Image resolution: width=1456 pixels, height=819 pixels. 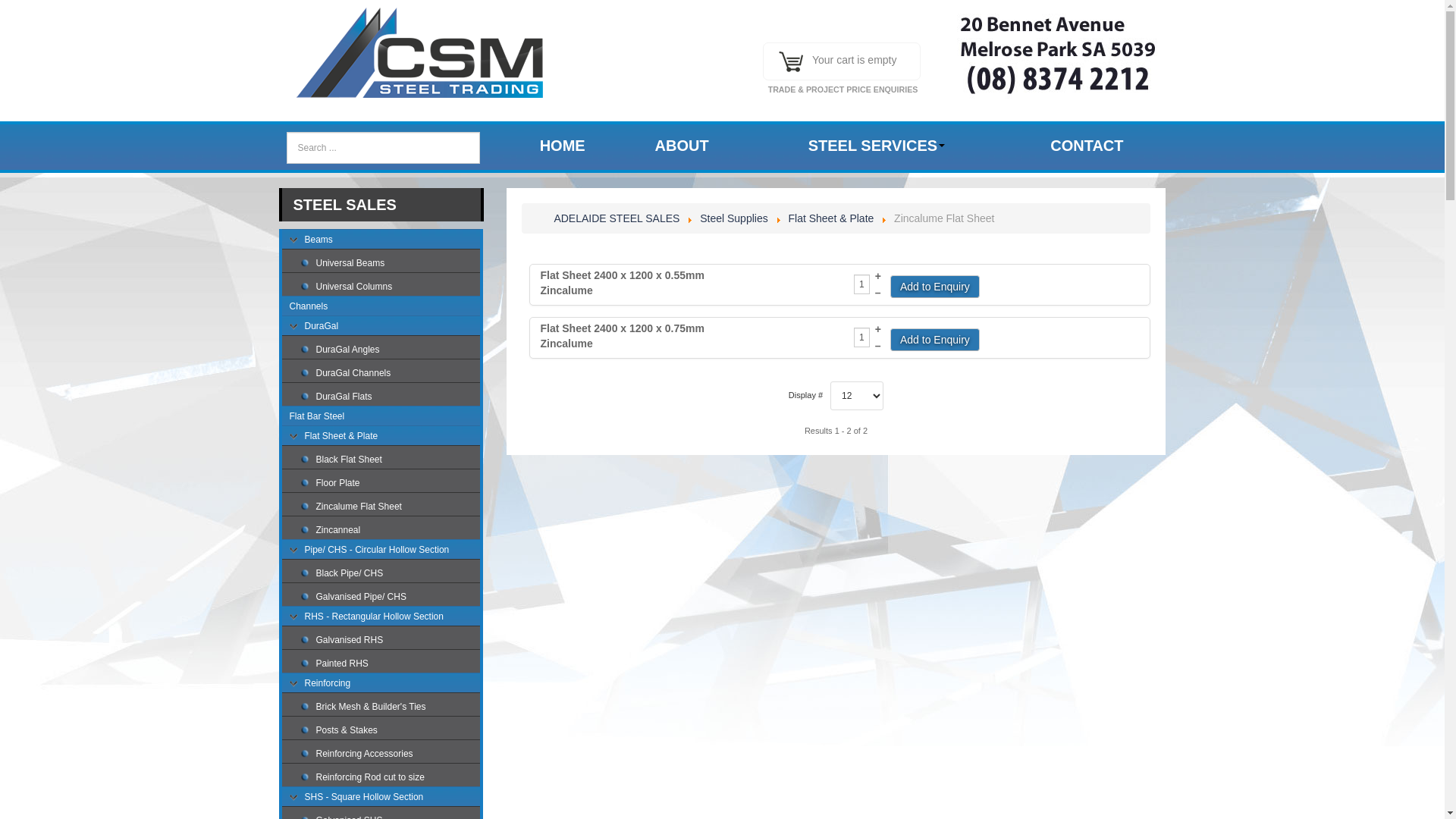 I want to click on 'ADELAIDE STEEL SALES', so click(x=616, y=218).